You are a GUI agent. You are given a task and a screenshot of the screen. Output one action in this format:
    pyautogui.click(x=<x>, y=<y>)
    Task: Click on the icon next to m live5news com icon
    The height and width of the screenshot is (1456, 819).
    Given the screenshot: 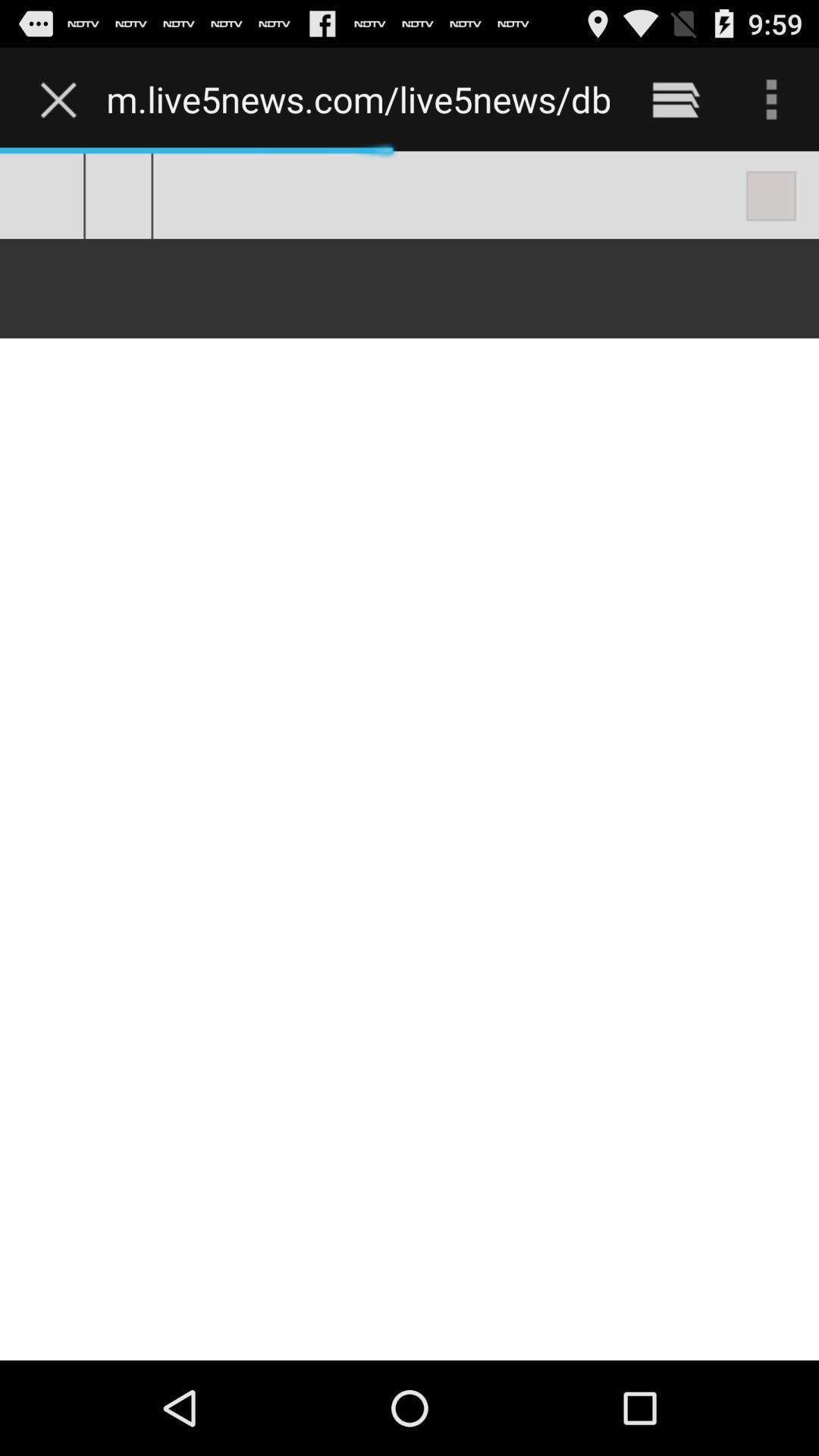 What is the action you would take?
    pyautogui.click(x=675, y=99)
    